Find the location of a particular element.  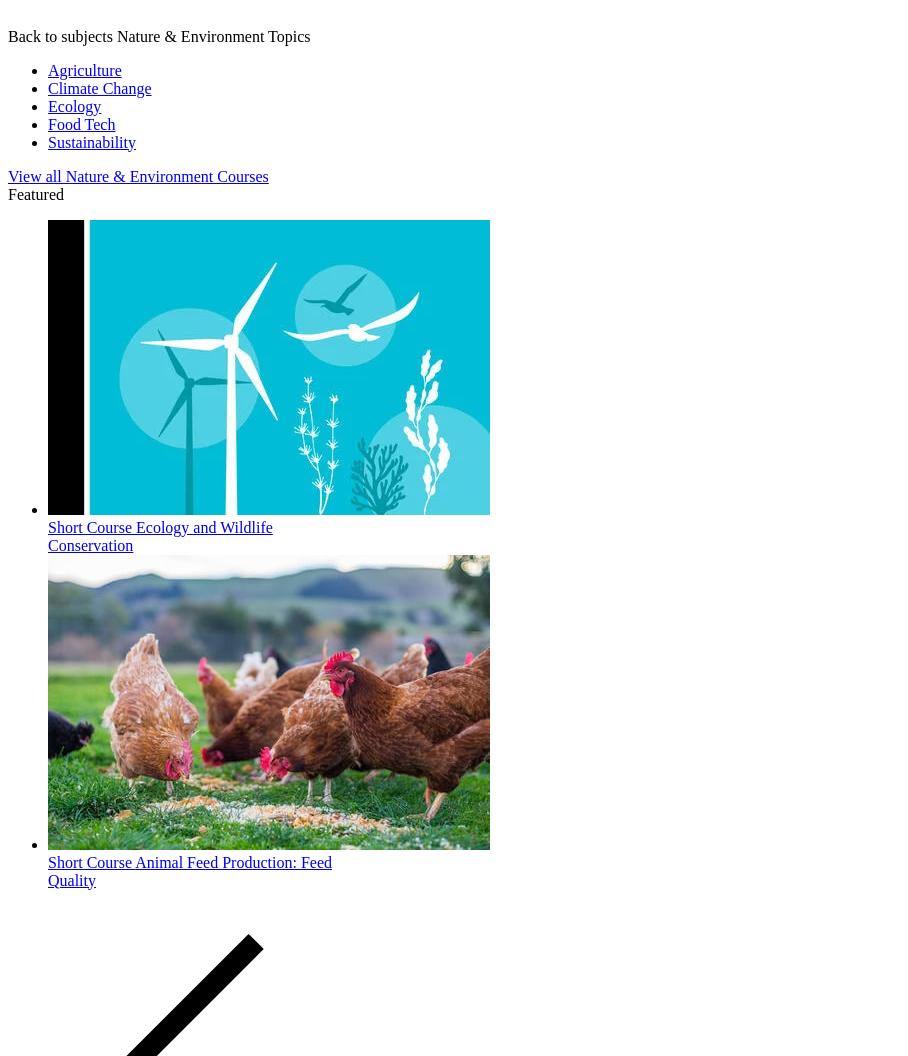

'Ecology and Wildlife Conservation' is located at coordinates (158, 535).